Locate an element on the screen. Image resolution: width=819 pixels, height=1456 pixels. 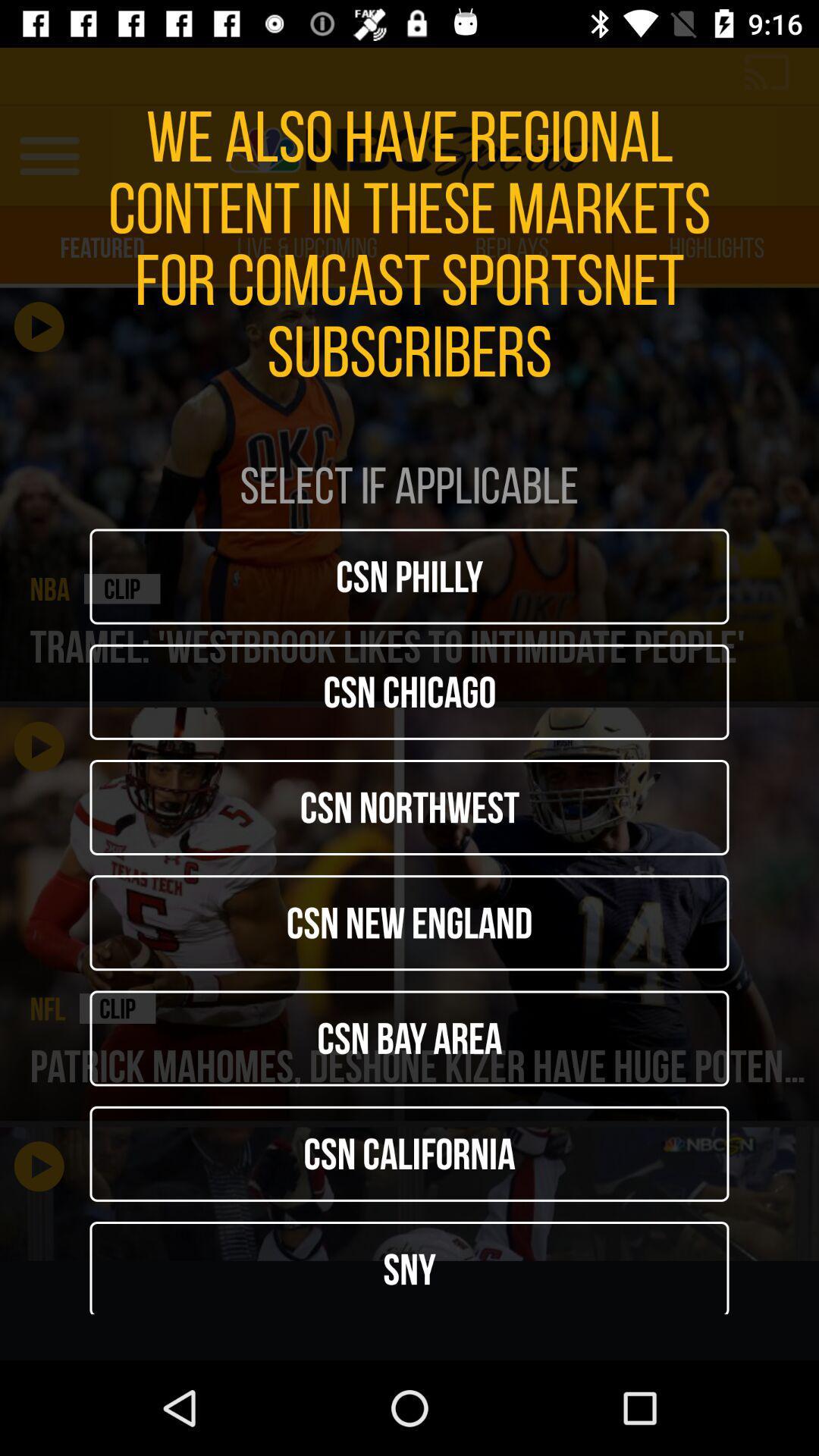
the csn northwest item is located at coordinates (409, 807).